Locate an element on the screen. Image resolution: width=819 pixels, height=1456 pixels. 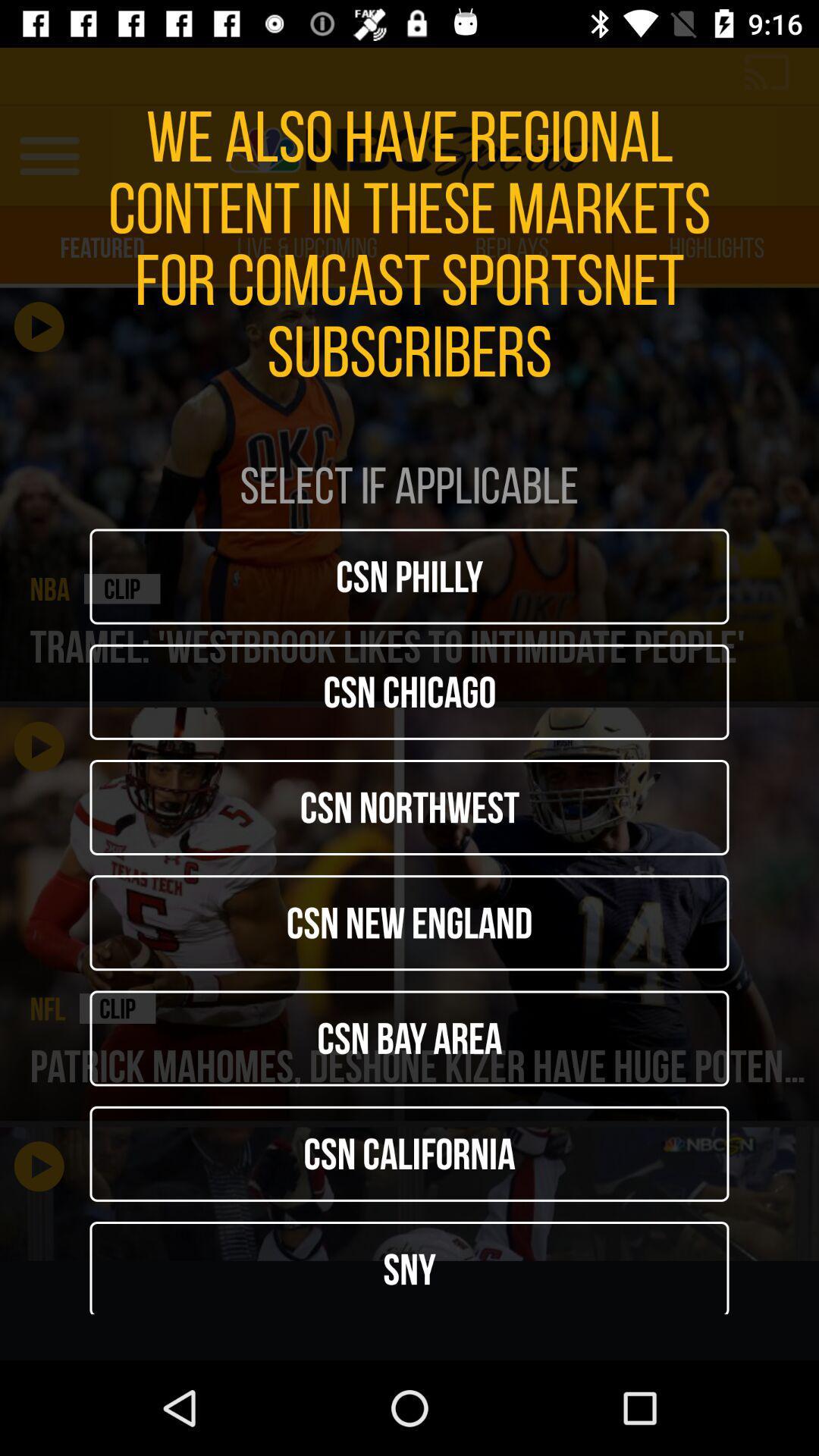
the csn northwest item is located at coordinates (409, 807).